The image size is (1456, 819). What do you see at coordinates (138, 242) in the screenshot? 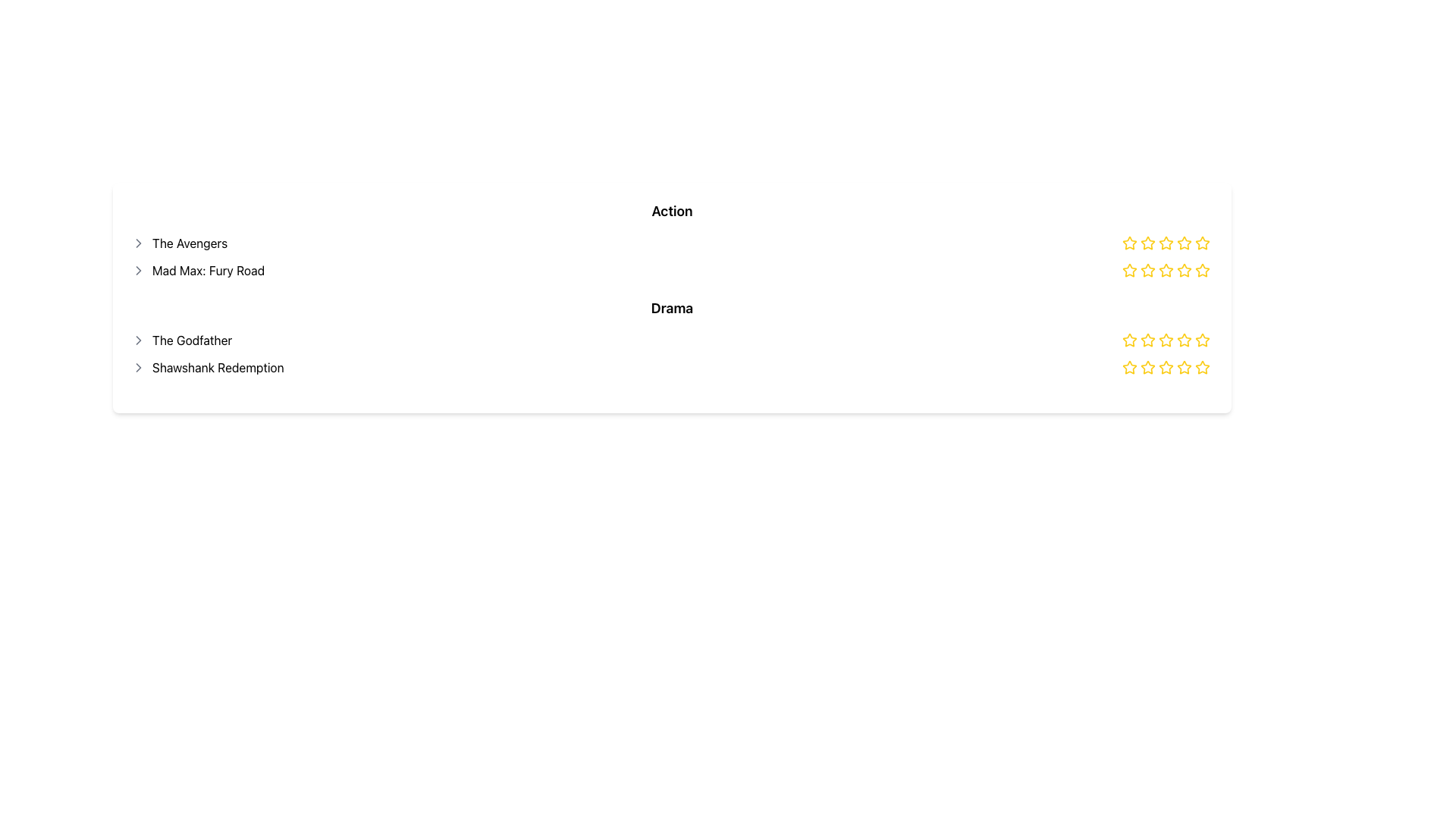
I see `the right-pointing gray chevron icon located to the left of the text 'The Avengers'` at bounding box center [138, 242].